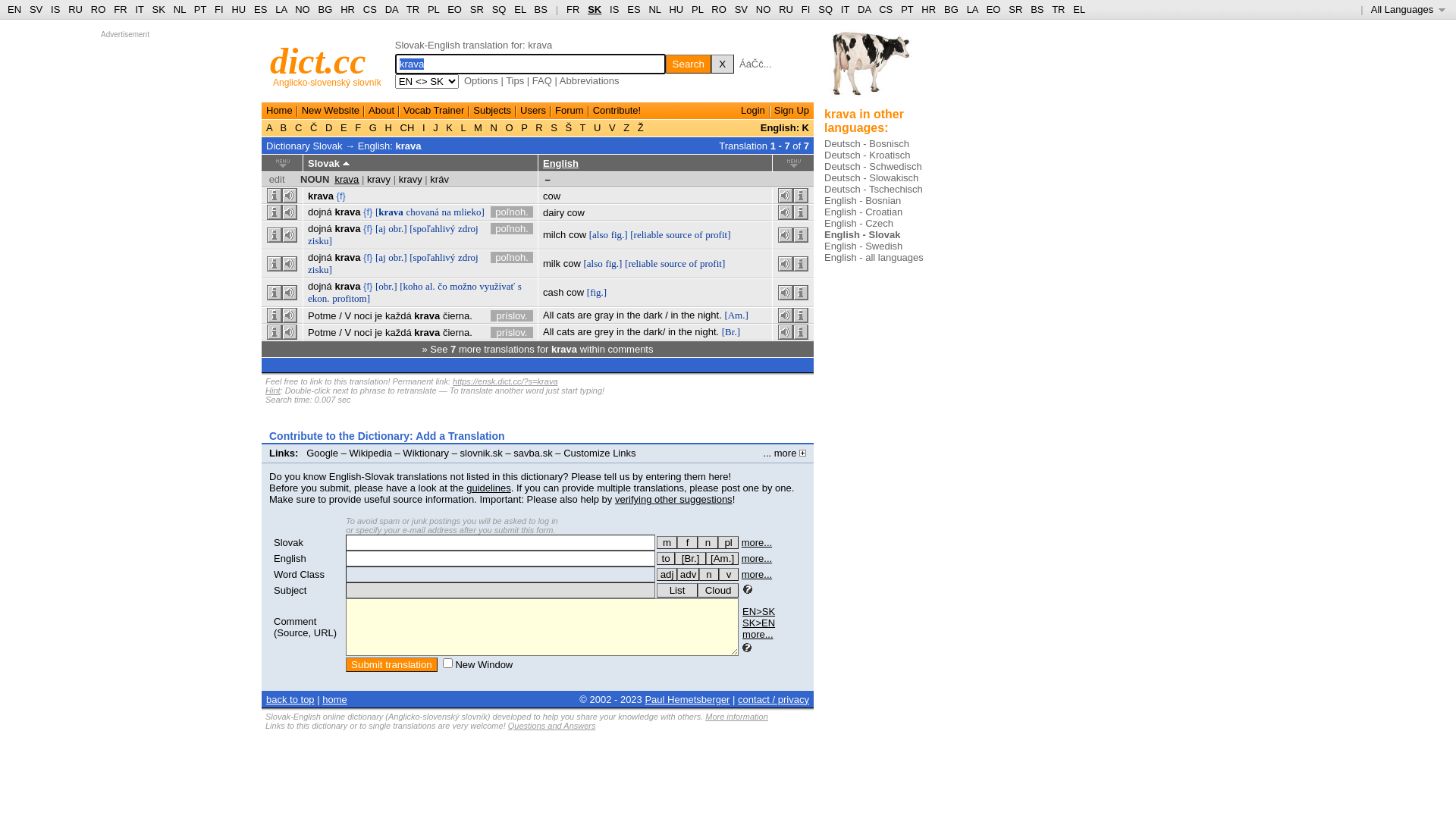 The image size is (1456, 819). Describe the element at coordinates (317, 60) in the screenshot. I see `'dict.cc'` at that location.